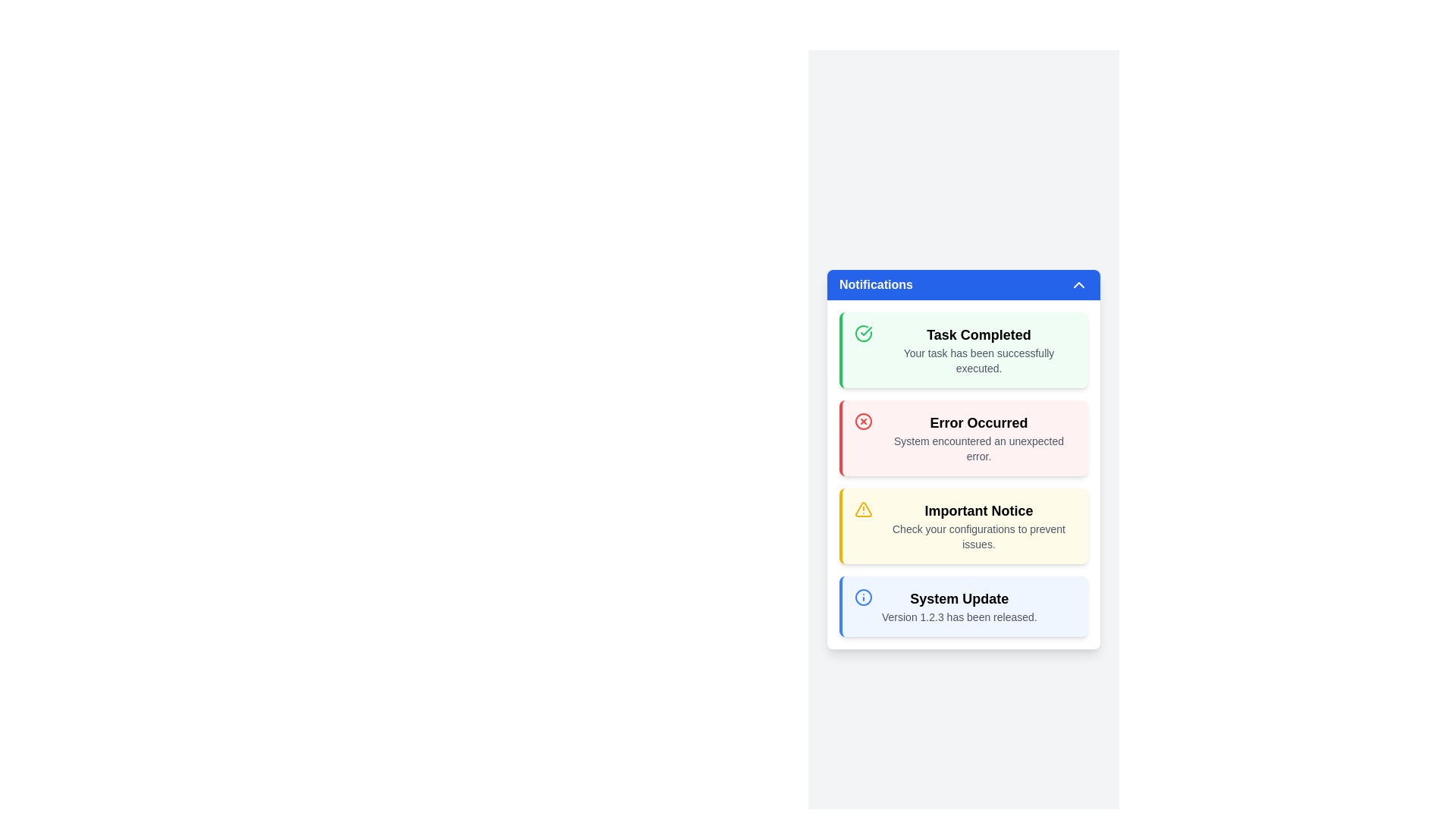 The image size is (1456, 819). Describe the element at coordinates (959, 605) in the screenshot. I see `informative text block titled 'System Update' which states 'Version 1.2.3 has been released.' located in the last notification card of the vertically stacked list` at that location.